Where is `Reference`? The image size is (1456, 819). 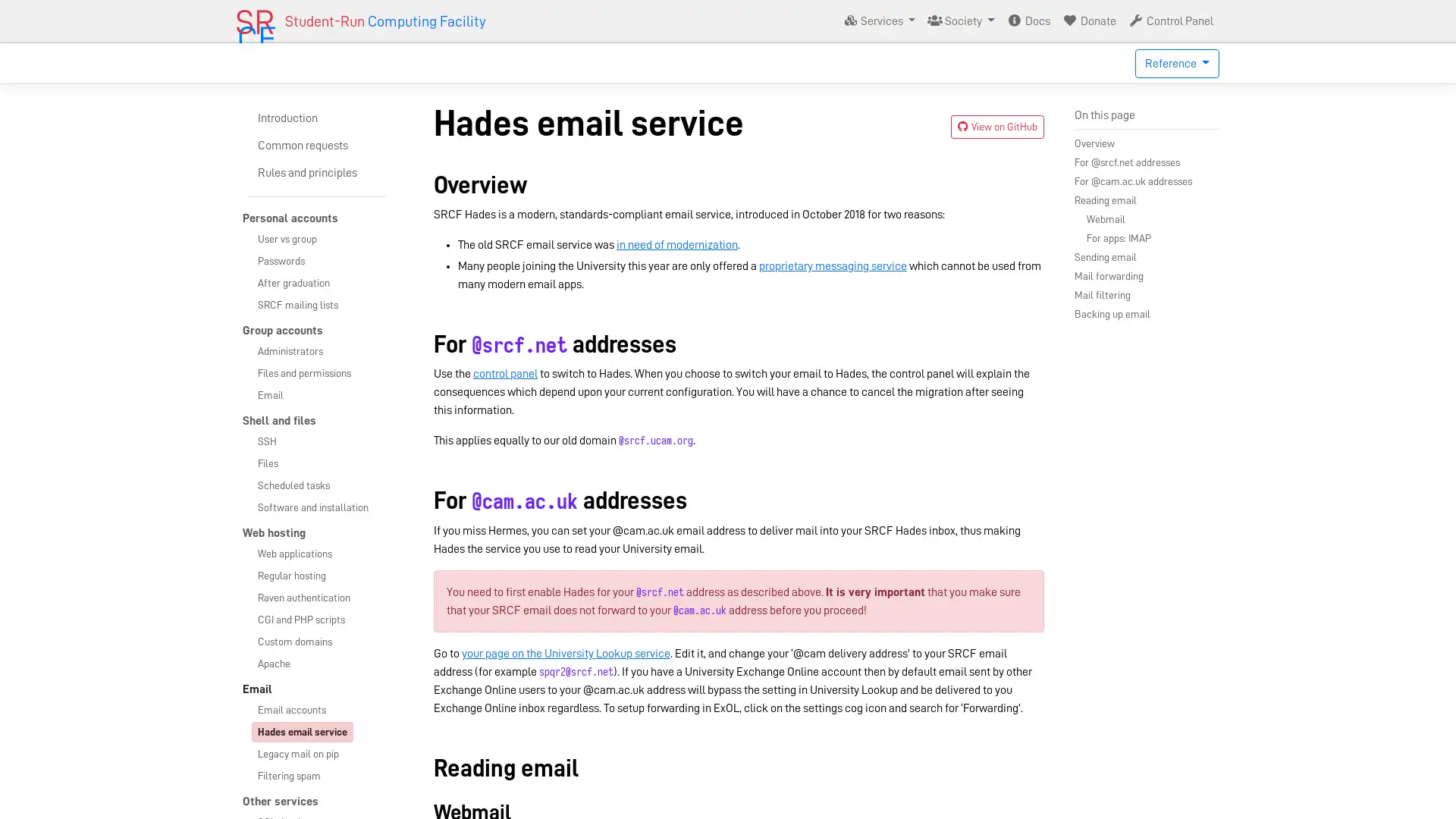 Reference is located at coordinates (1176, 63).